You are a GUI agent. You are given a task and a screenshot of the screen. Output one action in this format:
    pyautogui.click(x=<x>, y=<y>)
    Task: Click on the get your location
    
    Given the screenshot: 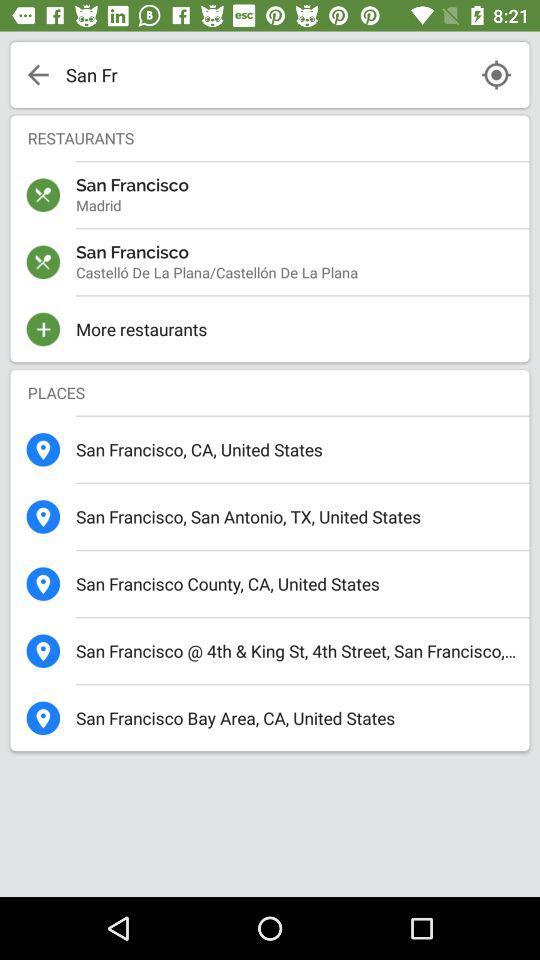 What is the action you would take?
    pyautogui.click(x=495, y=74)
    